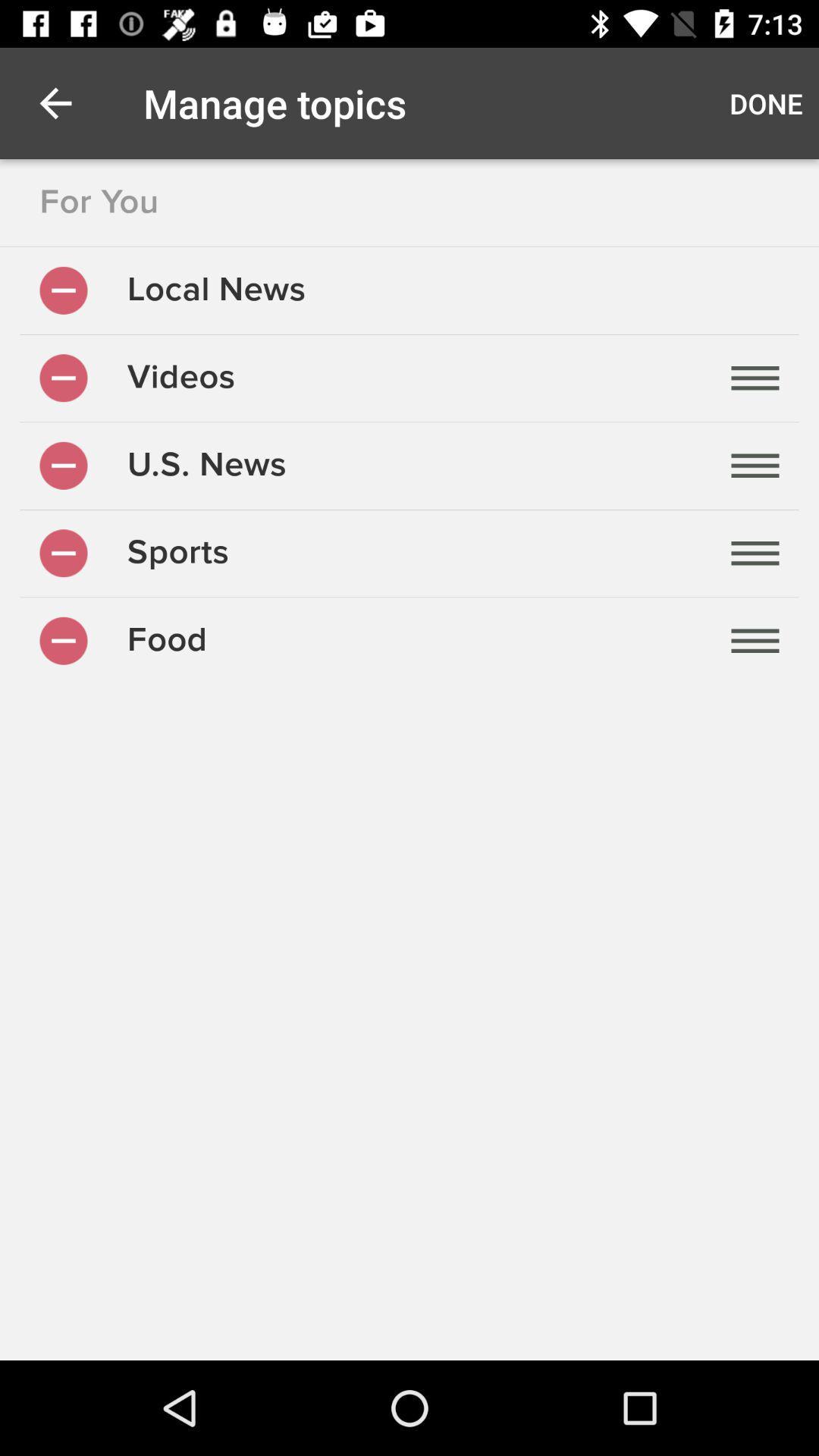 The width and height of the screenshot is (819, 1456). What do you see at coordinates (63, 378) in the screenshot?
I see `remove videos` at bounding box center [63, 378].